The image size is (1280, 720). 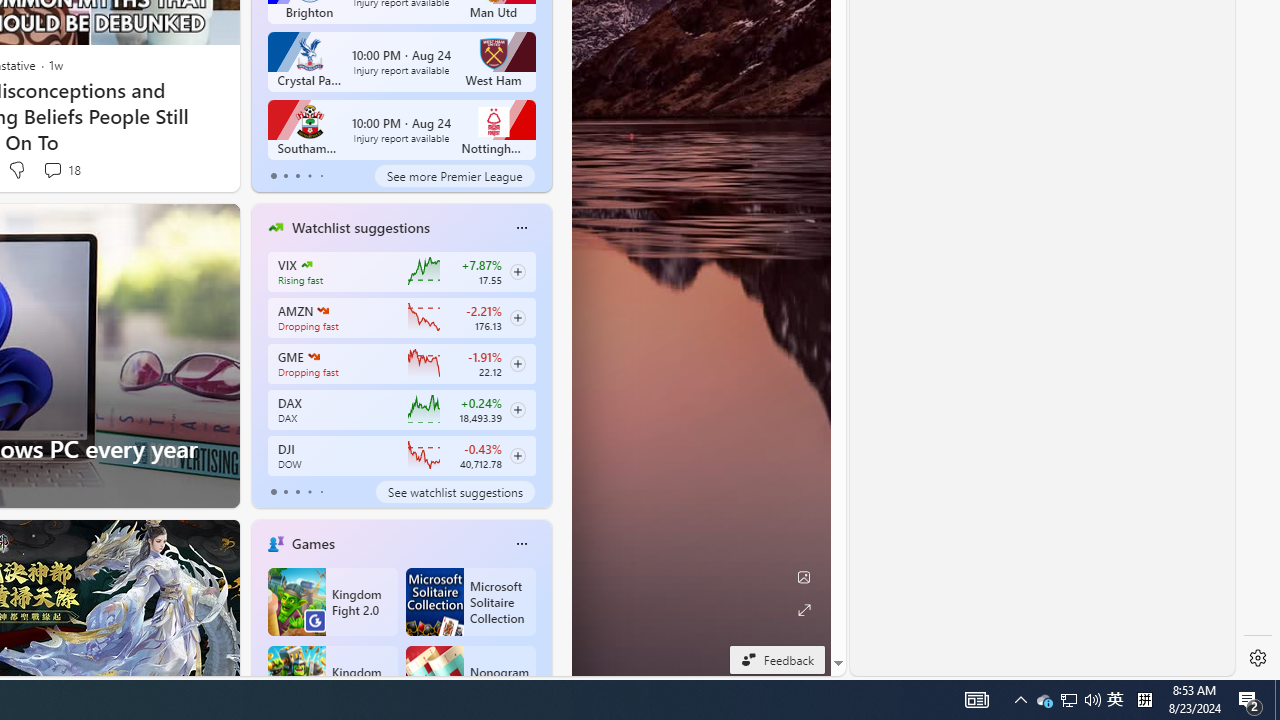 What do you see at coordinates (453, 175) in the screenshot?
I see `'See more Premier League'` at bounding box center [453, 175].